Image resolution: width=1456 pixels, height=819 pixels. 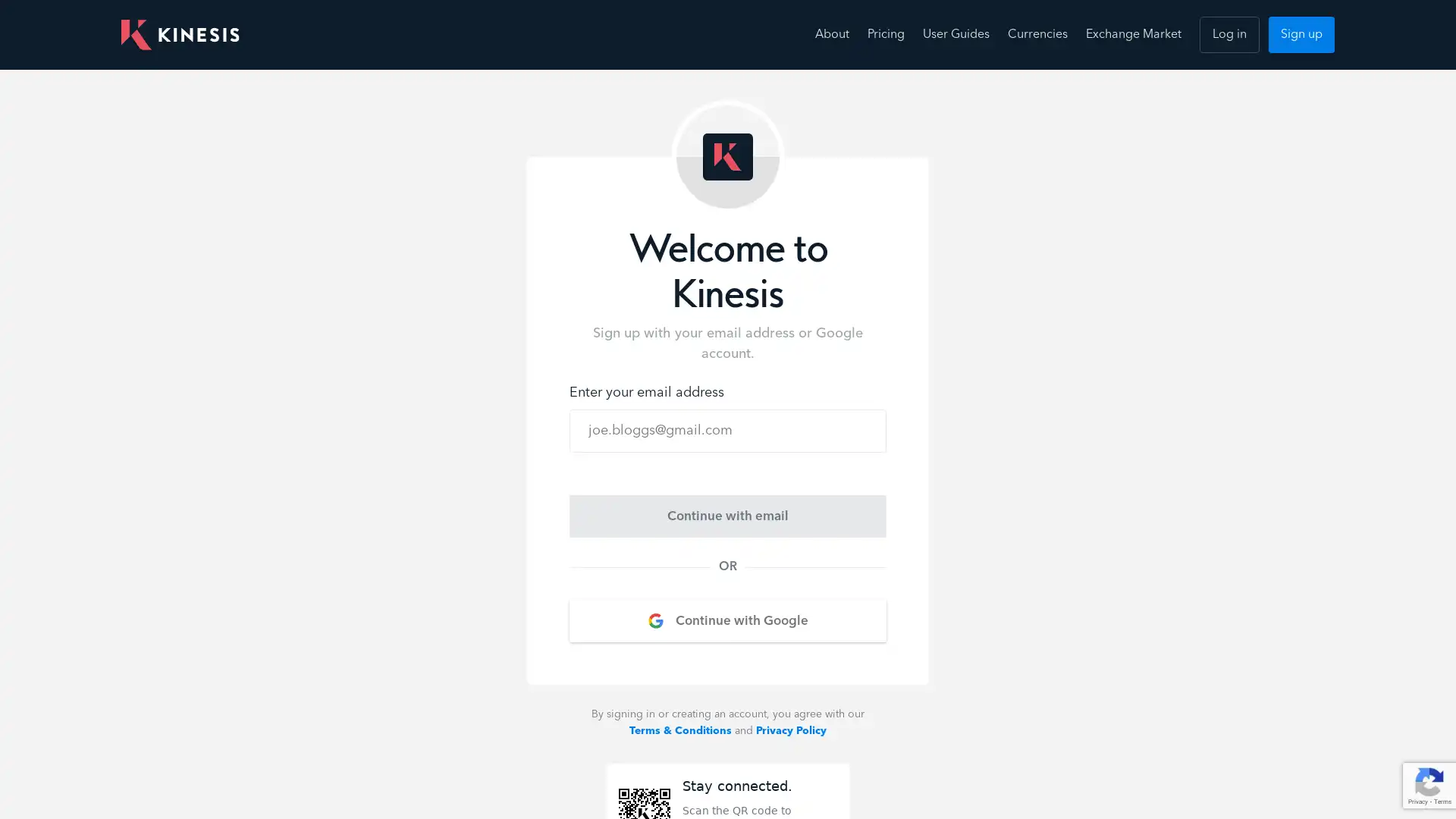 What do you see at coordinates (1301, 34) in the screenshot?
I see `Sign up` at bounding box center [1301, 34].